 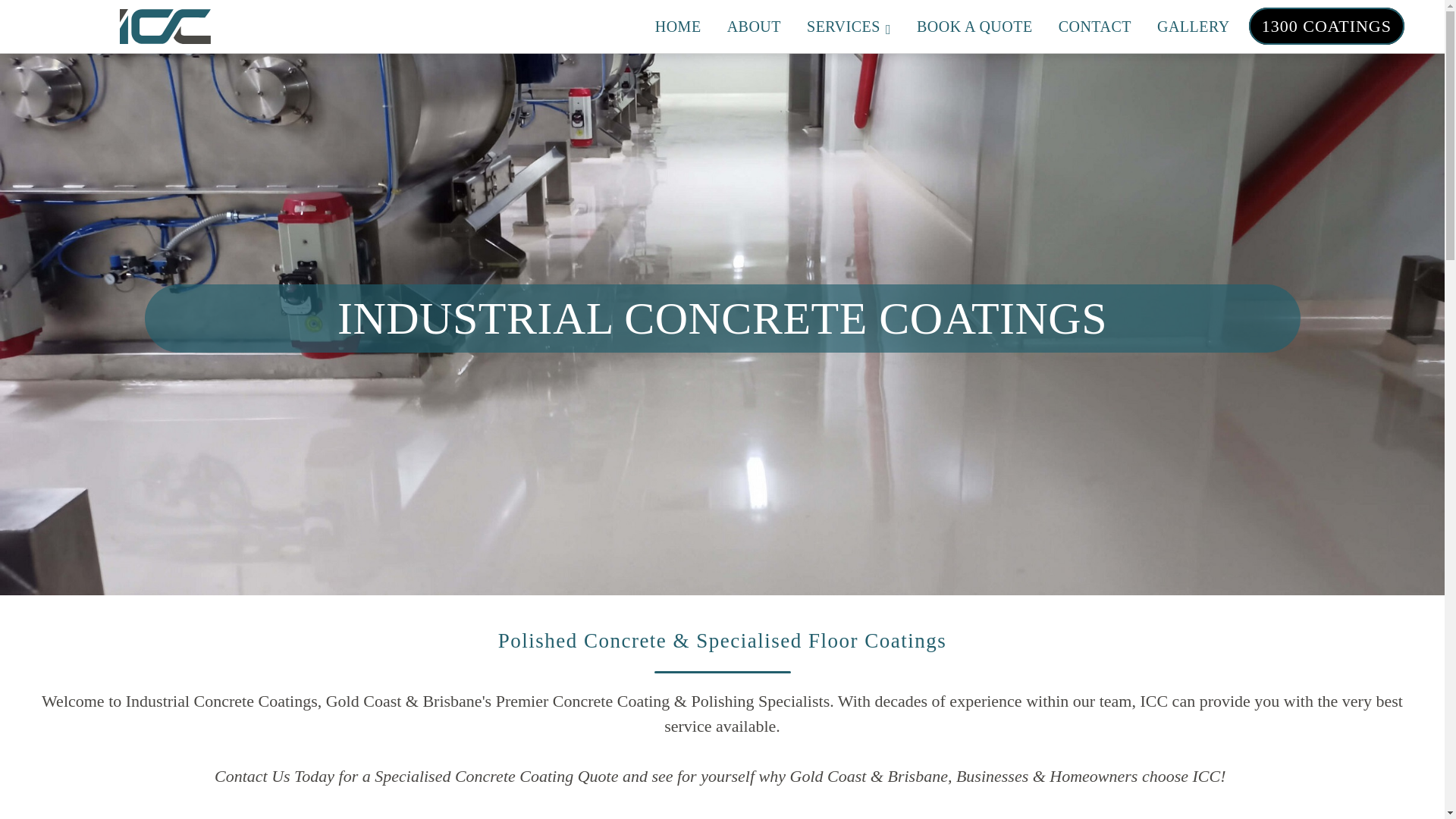 What do you see at coordinates (165, 27) in the screenshot?
I see `'Industrial Concrete Coatings'` at bounding box center [165, 27].